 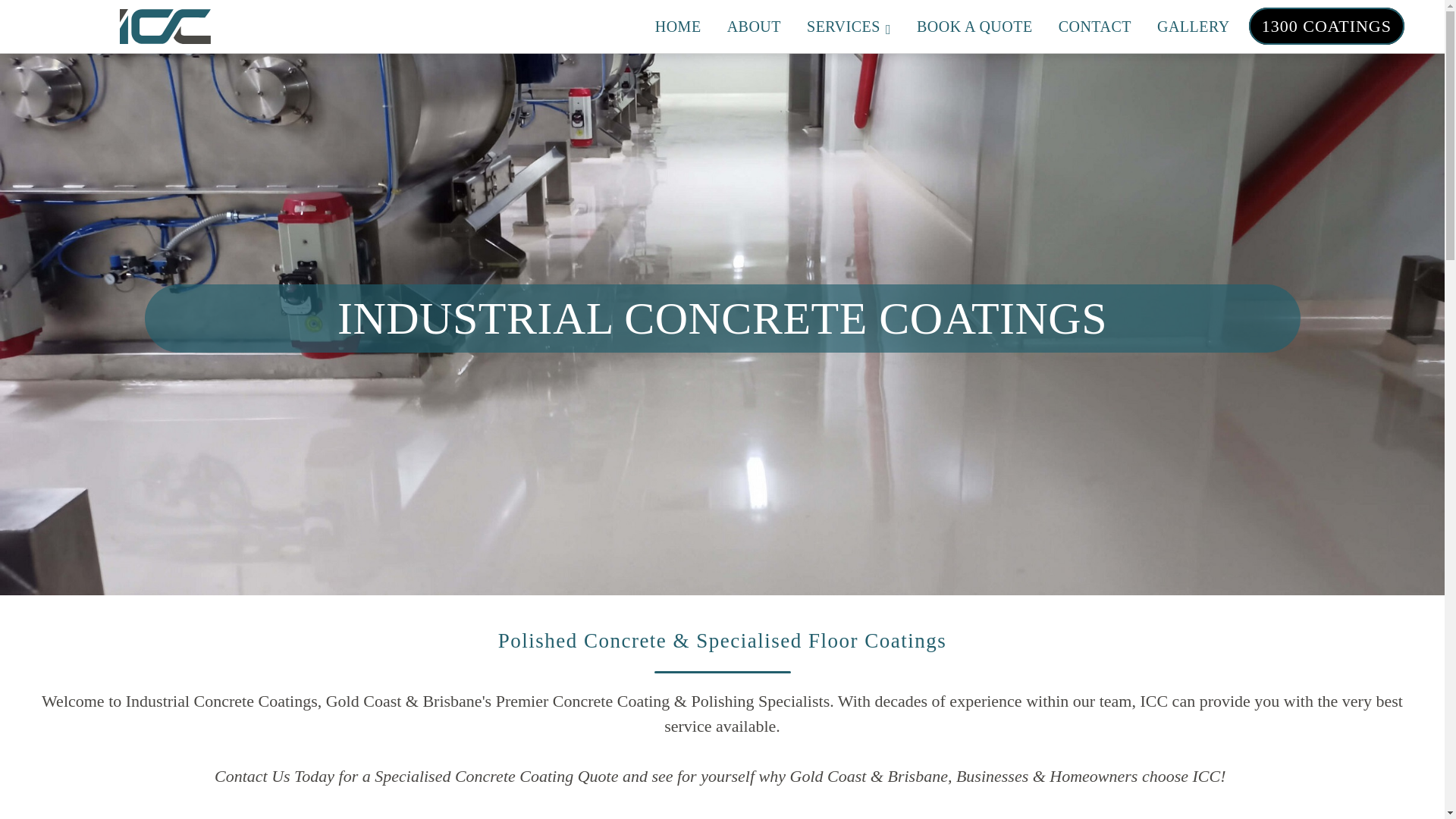 What do you see at coordinates (165, 27) in the screenshot?
I see `'Industrial Concrete Coatings'` at bounding box center [165, 27].